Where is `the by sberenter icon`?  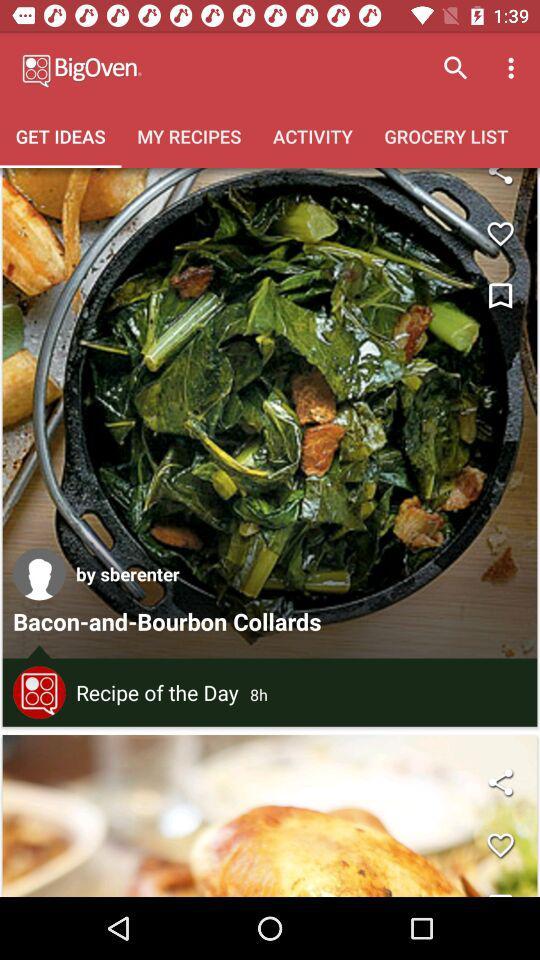
the by sberenter icon is located at coordinates (127, 574).